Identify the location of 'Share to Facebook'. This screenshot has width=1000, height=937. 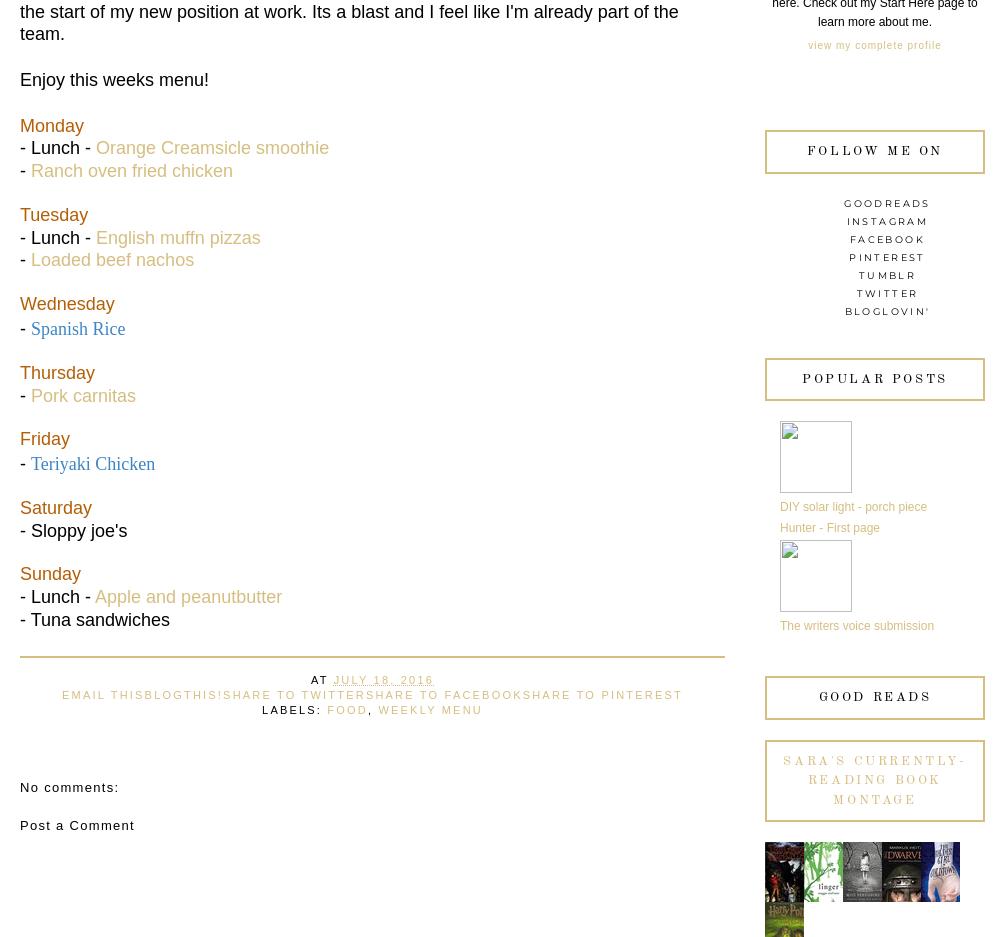
(442, 694).